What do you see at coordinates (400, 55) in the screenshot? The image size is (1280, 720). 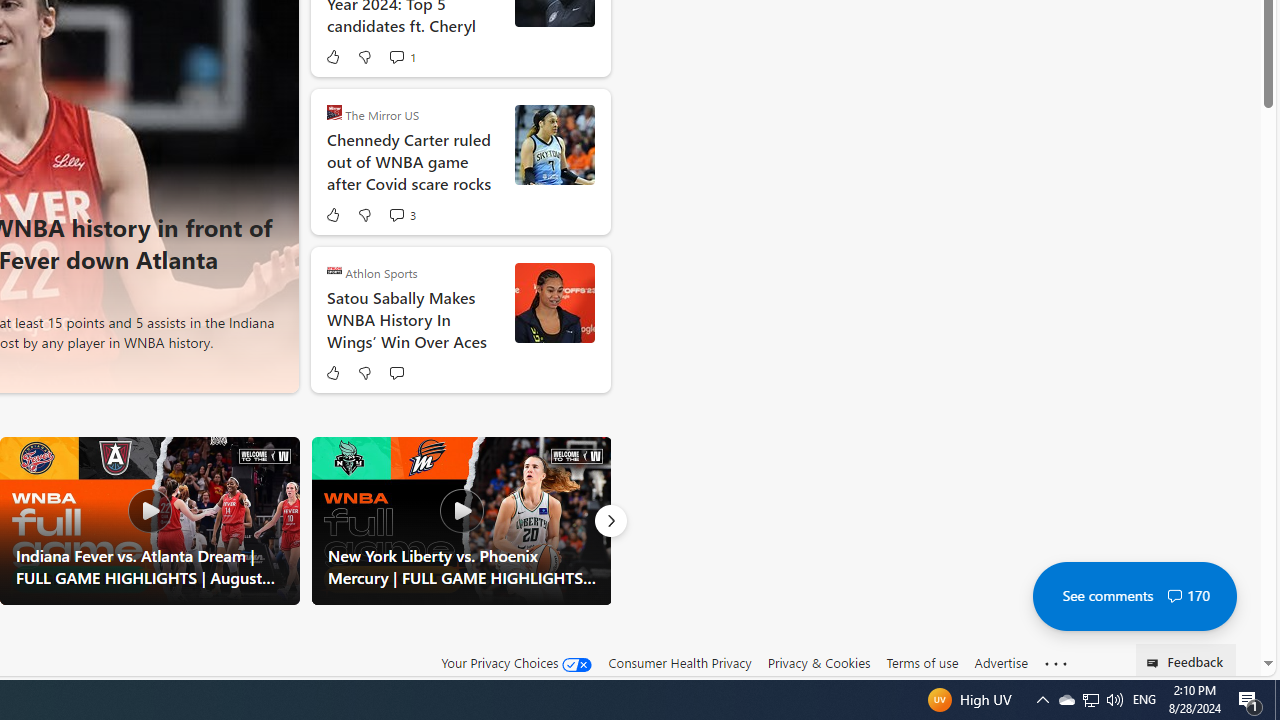 I see `'View comments 1 Comment'` at bounding box center [400, 55].